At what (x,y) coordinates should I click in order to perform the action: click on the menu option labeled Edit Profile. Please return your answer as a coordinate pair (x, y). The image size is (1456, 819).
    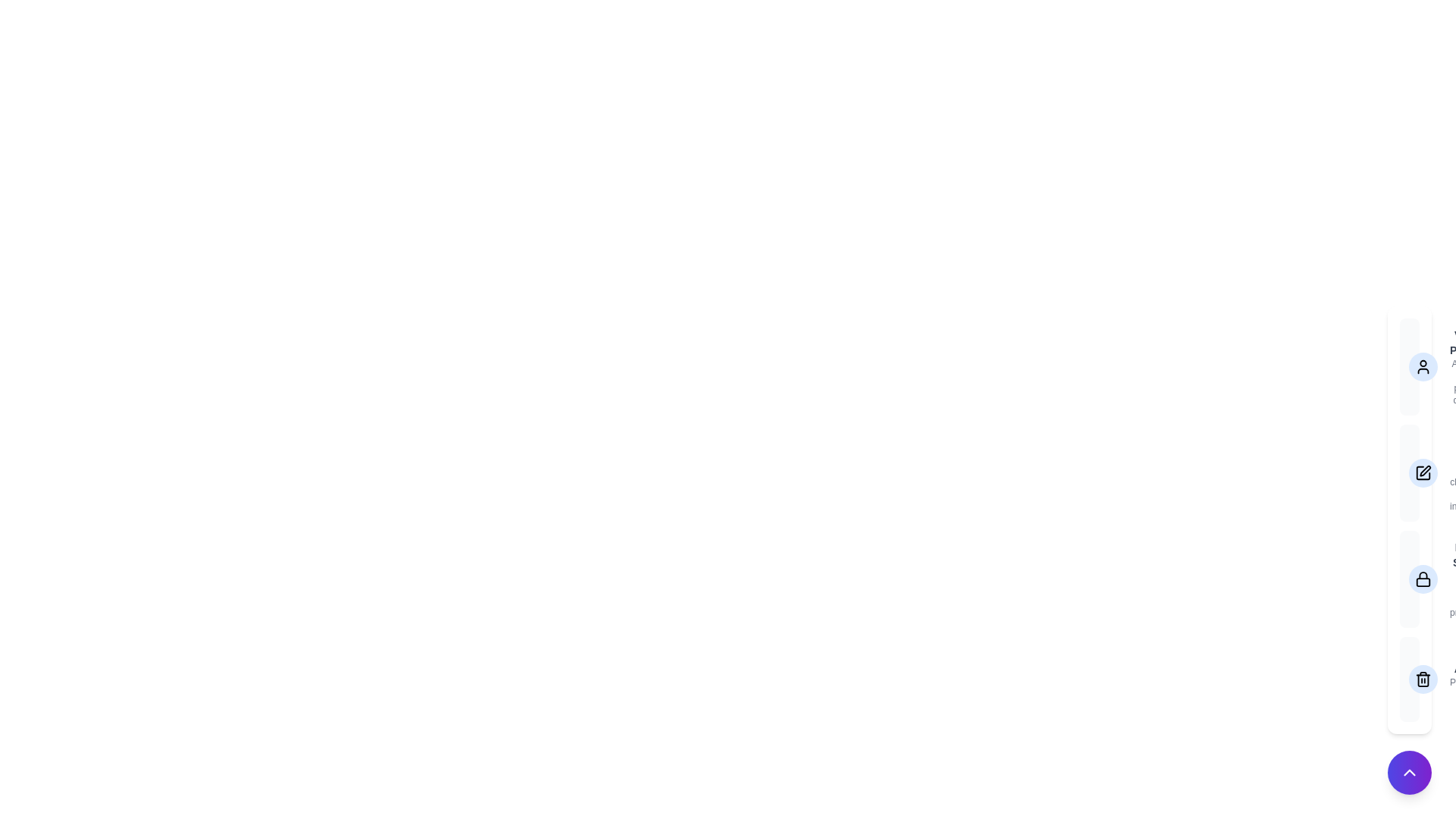
    Looking at the image, I should click on (1408, 472).